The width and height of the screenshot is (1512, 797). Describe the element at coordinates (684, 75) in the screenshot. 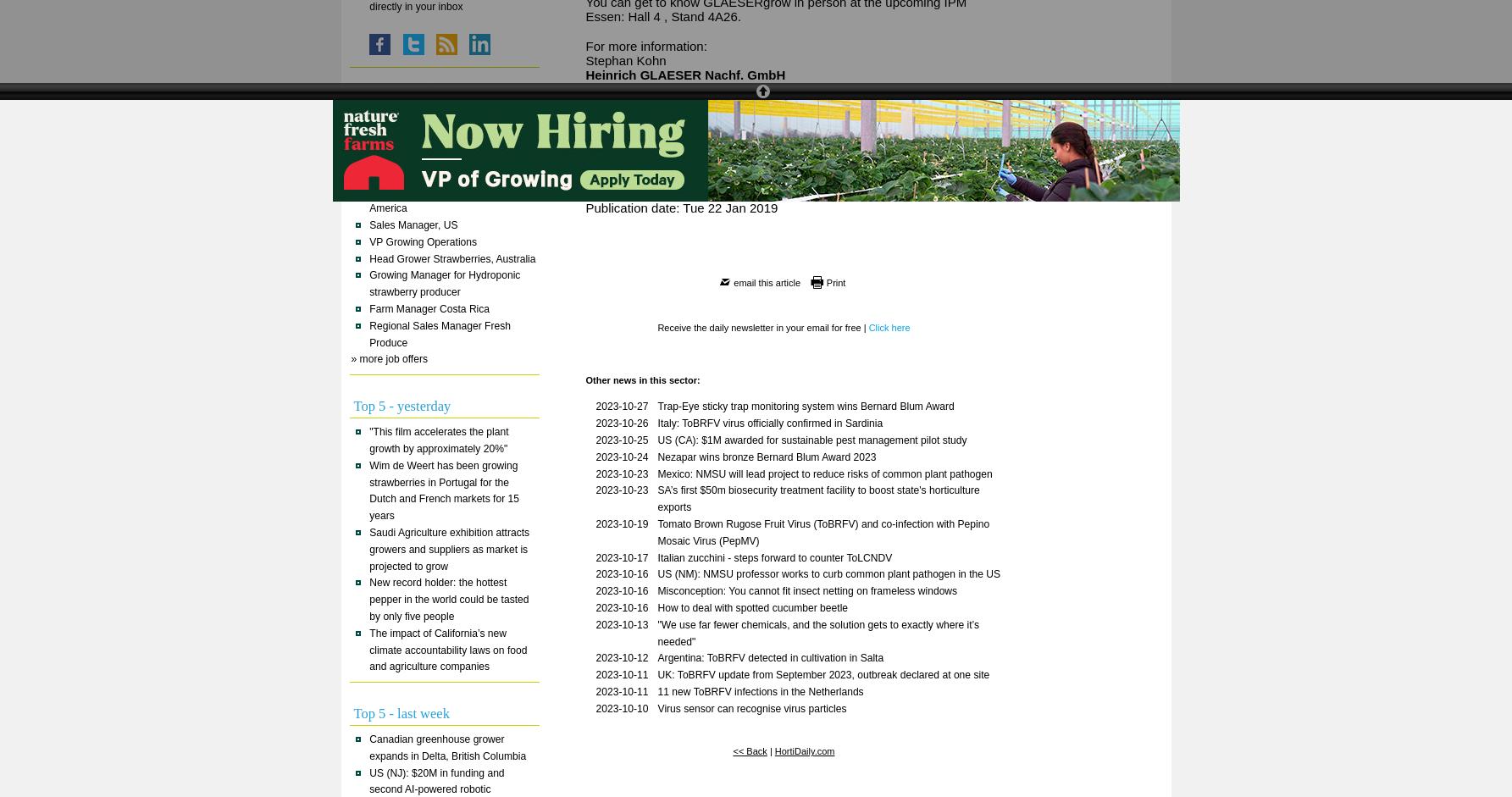

I see `'Heinrich GLAESER Nachf. GmbH'` at that location.